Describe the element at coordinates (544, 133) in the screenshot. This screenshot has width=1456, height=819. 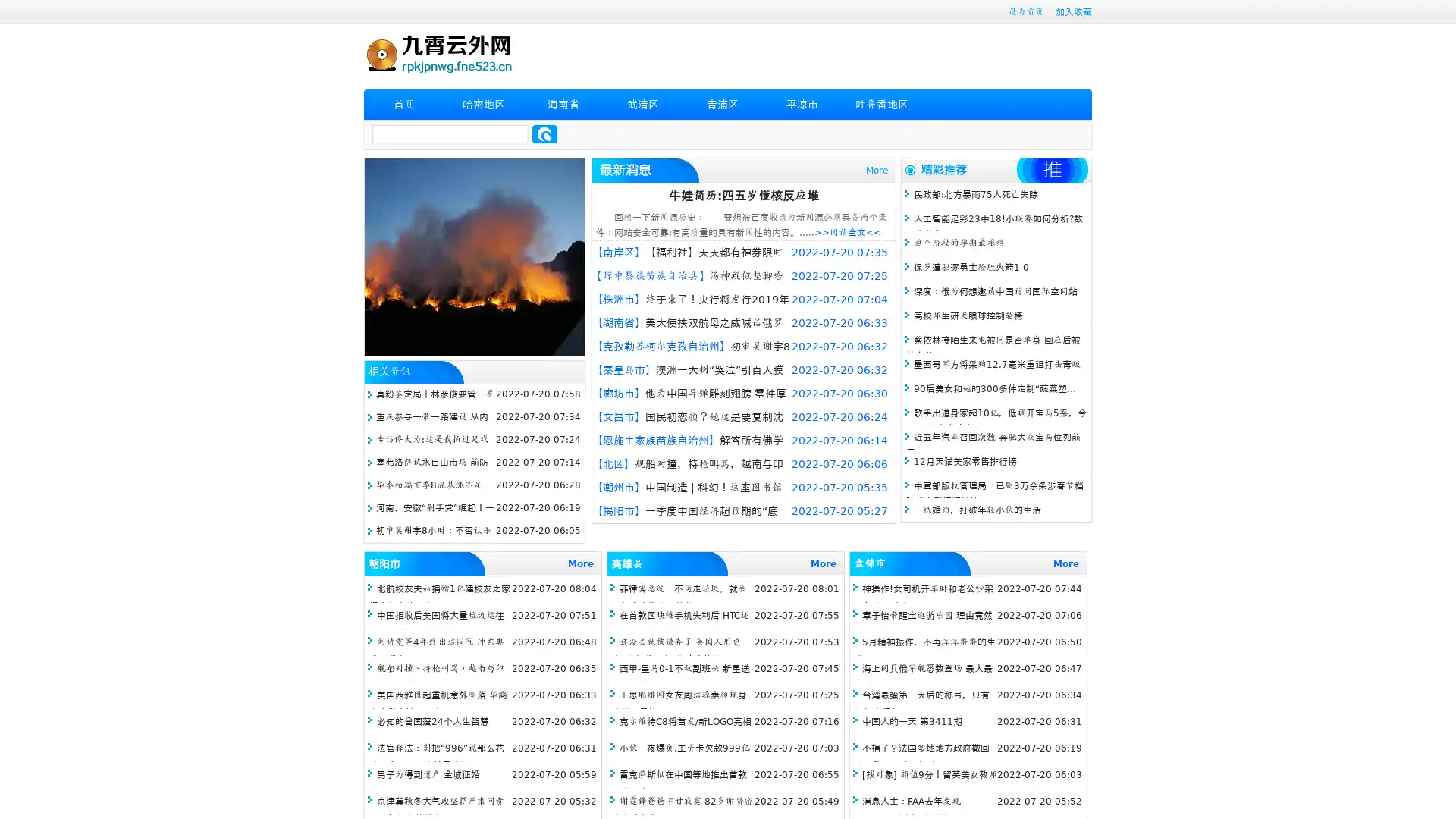
I see `Search` at that location.